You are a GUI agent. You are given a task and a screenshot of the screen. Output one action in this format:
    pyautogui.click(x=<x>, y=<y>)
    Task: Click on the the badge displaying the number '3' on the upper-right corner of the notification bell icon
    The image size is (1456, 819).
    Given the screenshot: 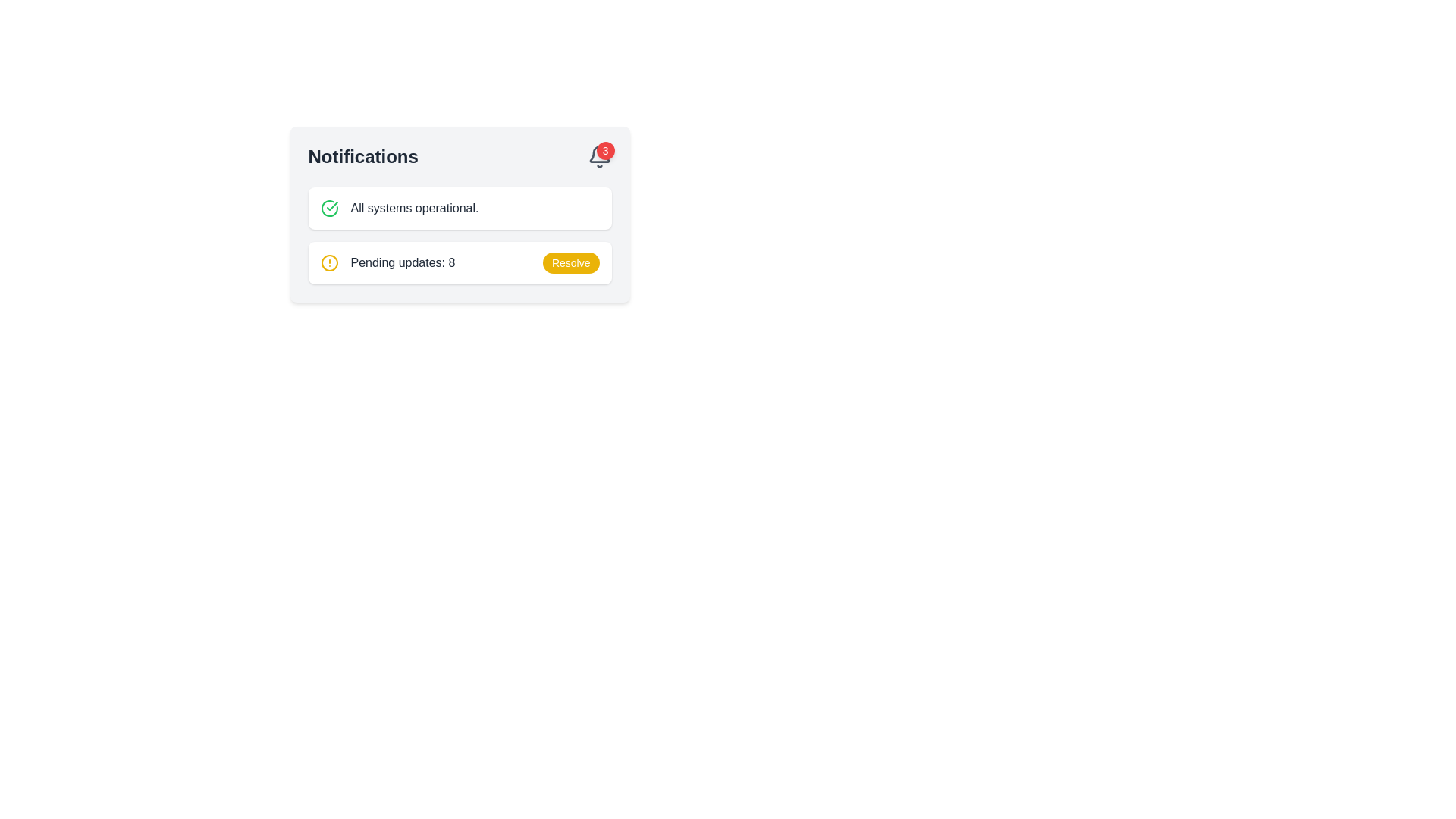 What is the action you would take?
    pyautogui.click(x=604, y=151)
    